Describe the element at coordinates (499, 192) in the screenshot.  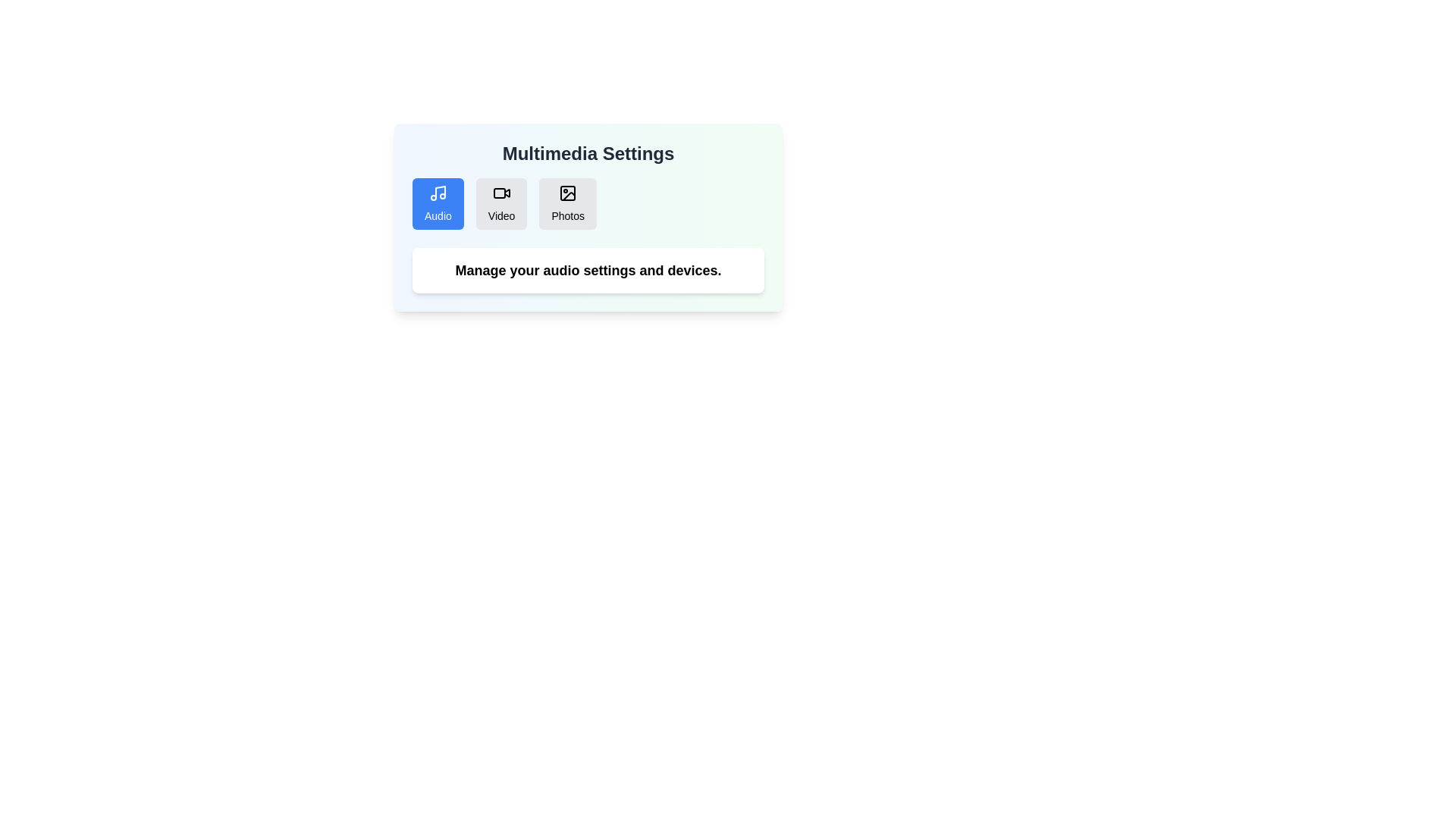
I see `the 'Video' button icon in the 'Multimedia Settings' panel, which is the second button in a row of three buttons labeled 'Audio', 'Video', and 'Photos'` at that location.